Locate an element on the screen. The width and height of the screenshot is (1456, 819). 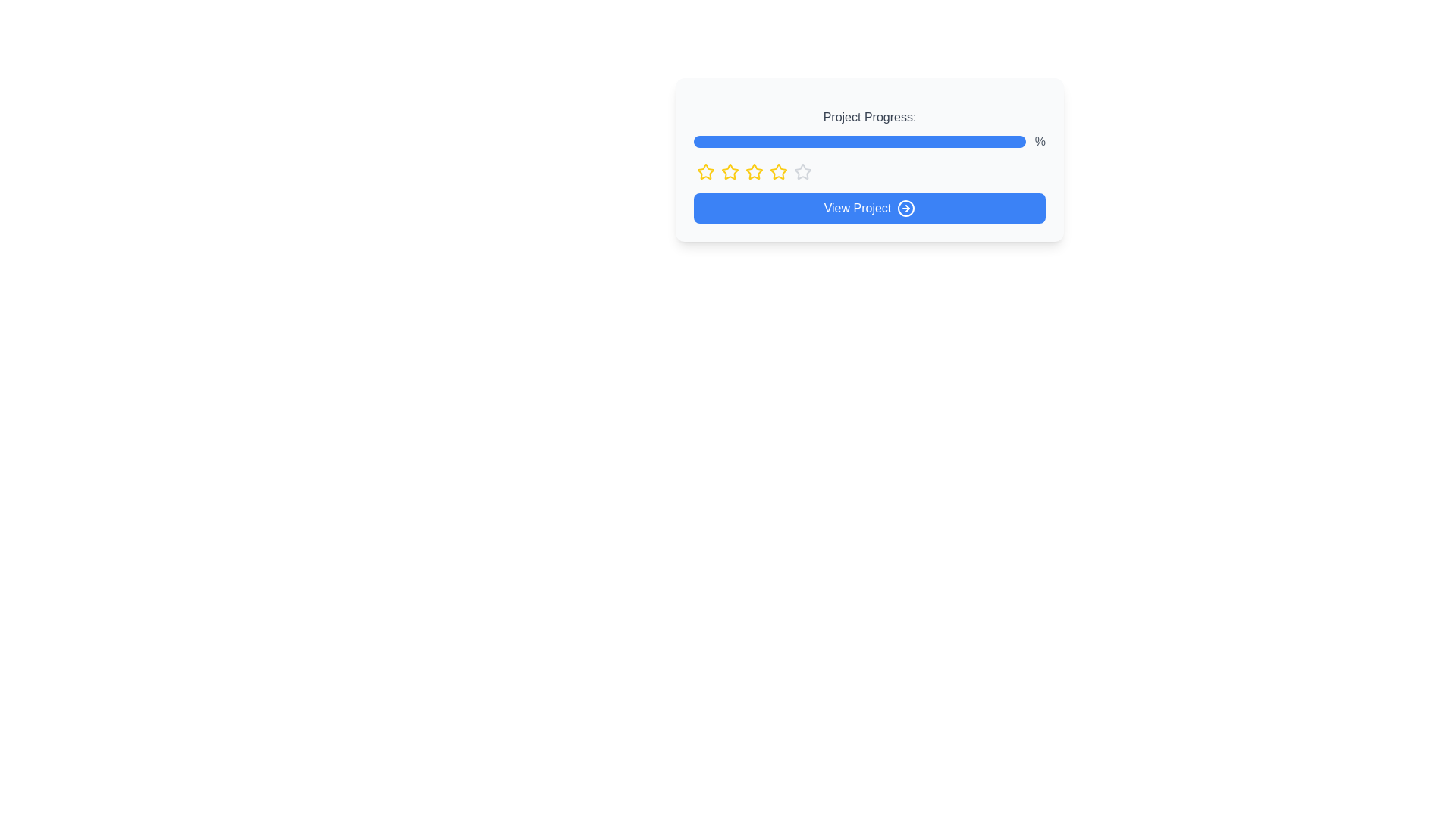
the third star icon in the rating system, which has a yellow outline and white fill is located at coordinates (779, 171).